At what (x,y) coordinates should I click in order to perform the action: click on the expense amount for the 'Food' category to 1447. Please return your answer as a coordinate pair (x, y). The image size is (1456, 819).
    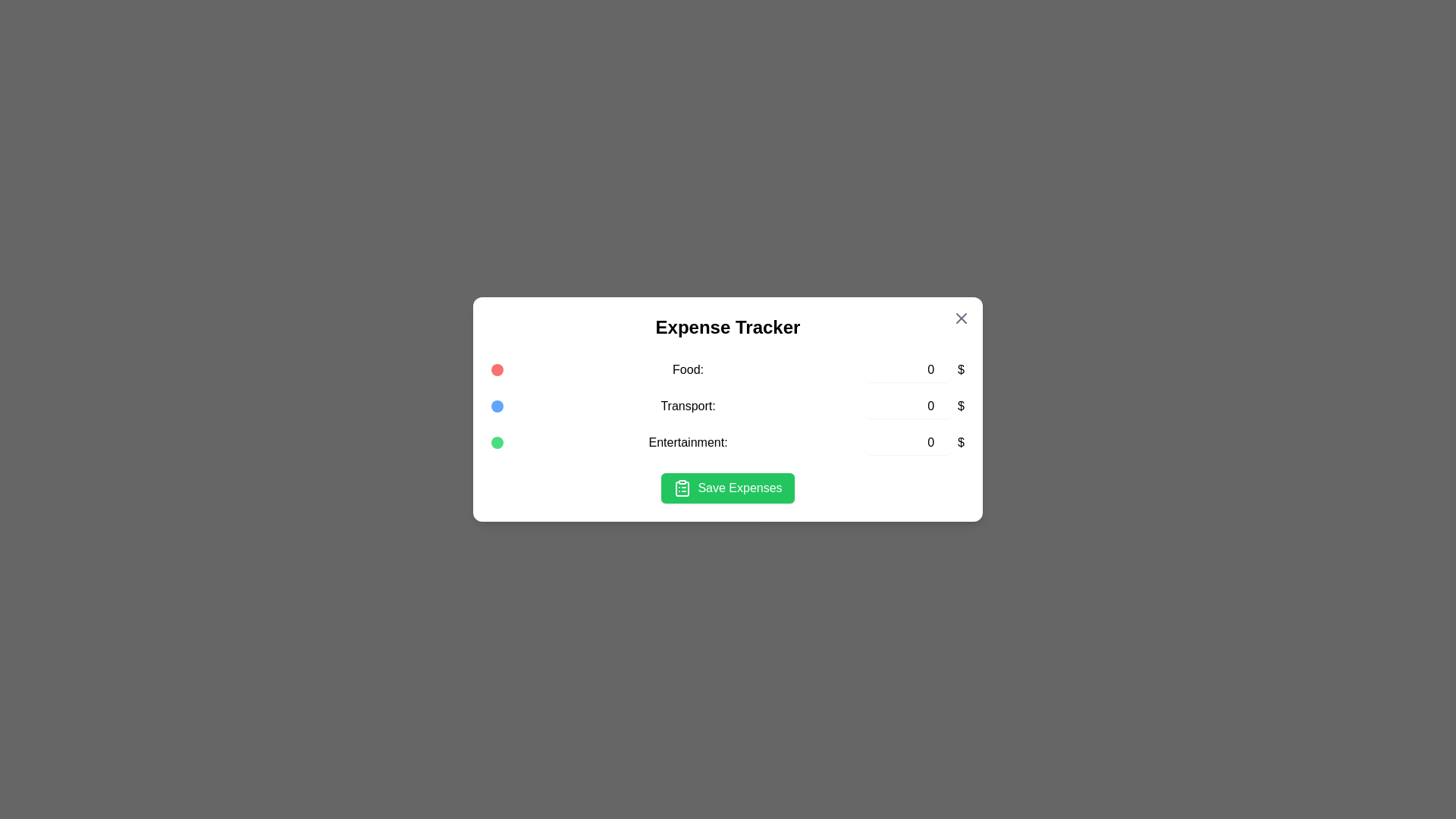
    Looking at the image, I should click on (909, 370).